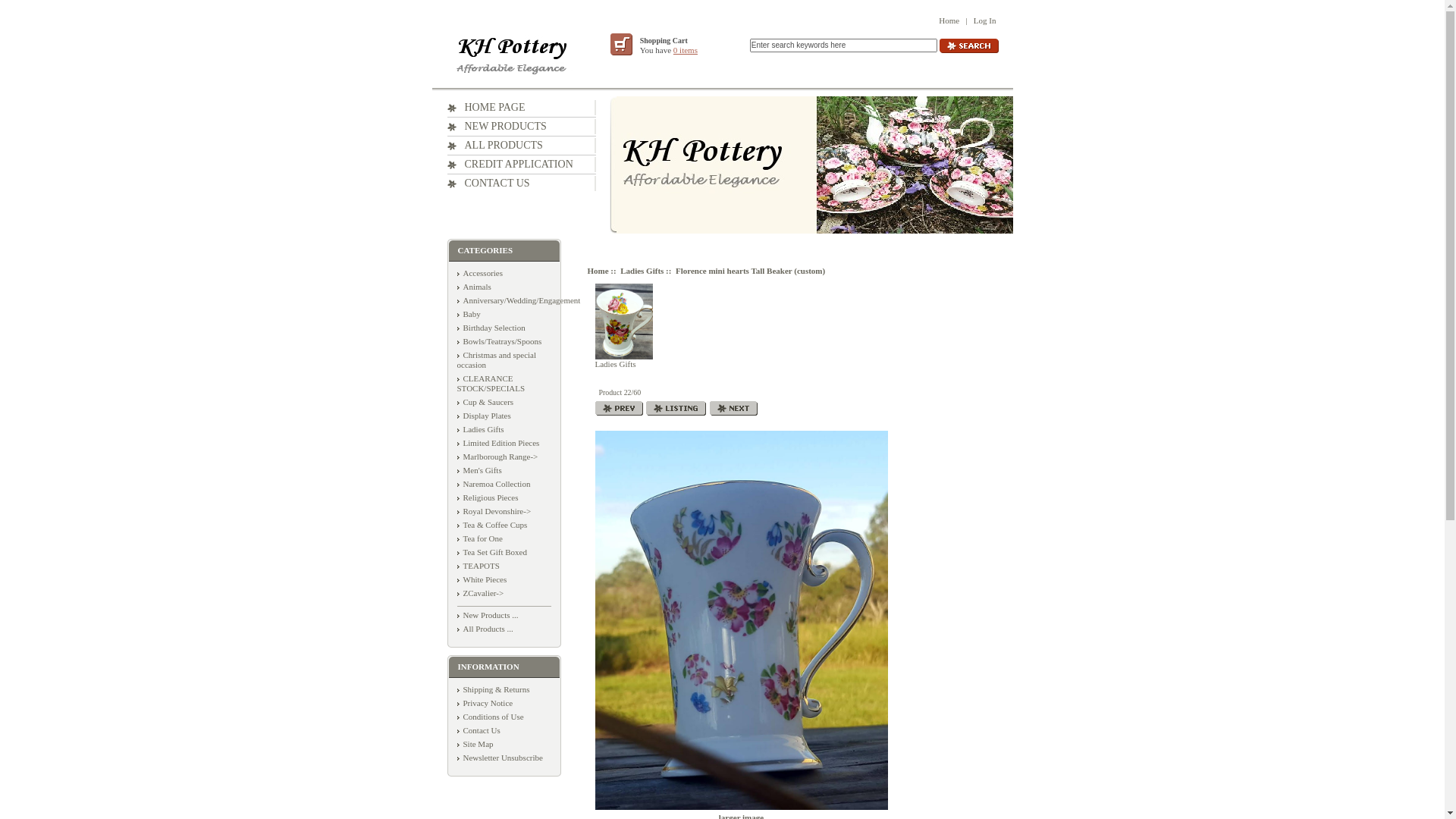  I want to click on 'Christmas and special occasion', so click(496, 359).